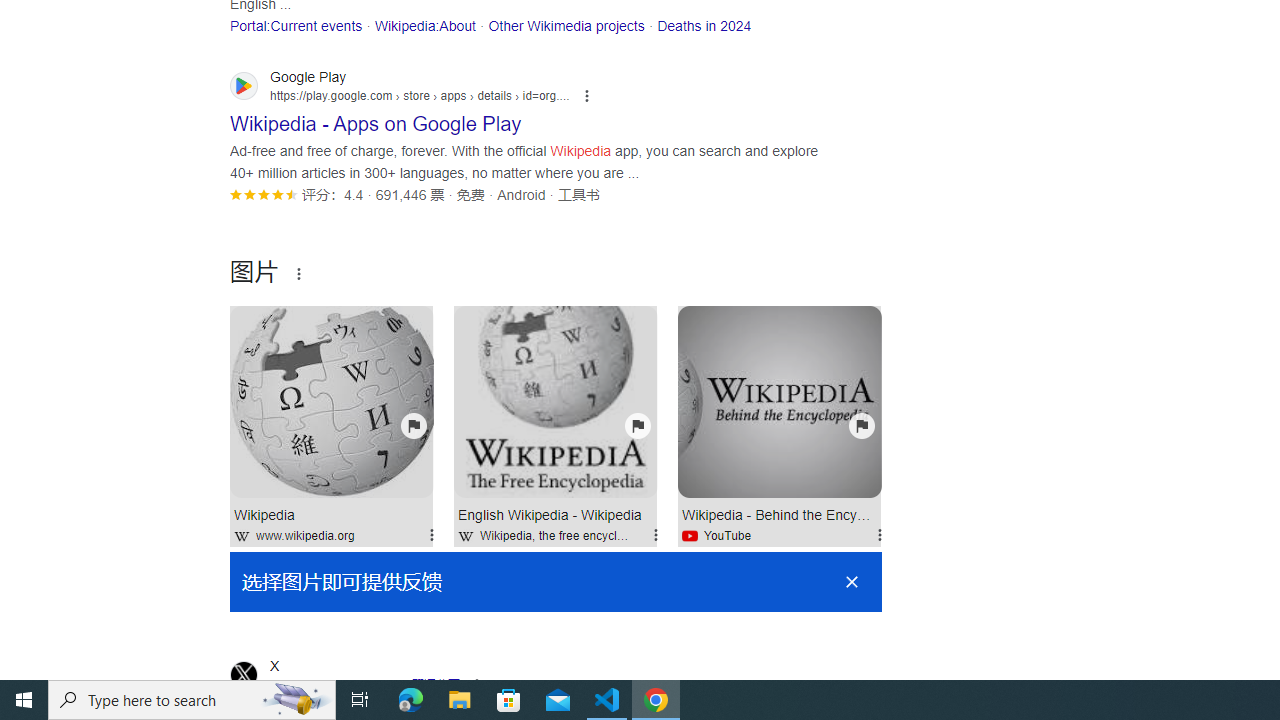 The height and width of the screenshot is (720, 1280). I want to click on 'Deaths in 2024', so click(704, 25).